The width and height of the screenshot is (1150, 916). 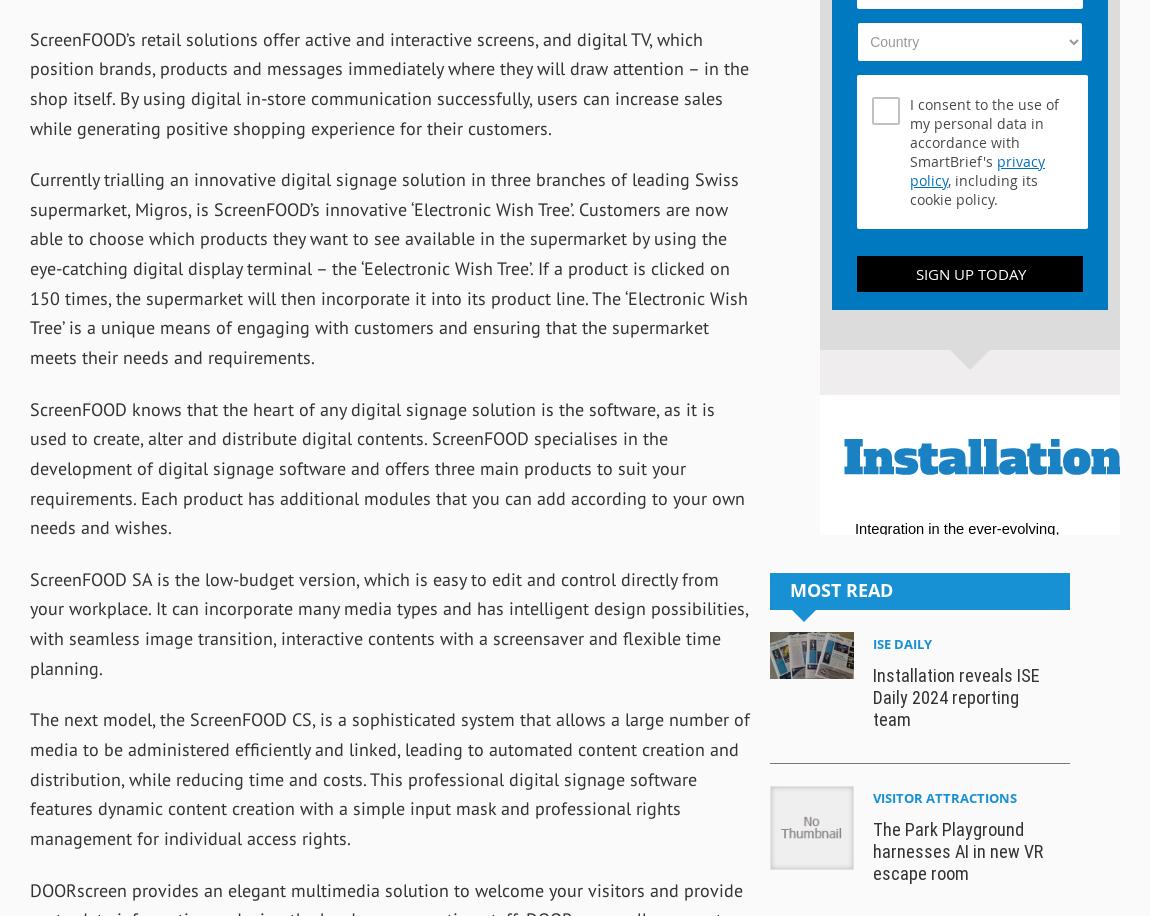 I want to click on 'ISE Daily', so click(x=902, y=642).